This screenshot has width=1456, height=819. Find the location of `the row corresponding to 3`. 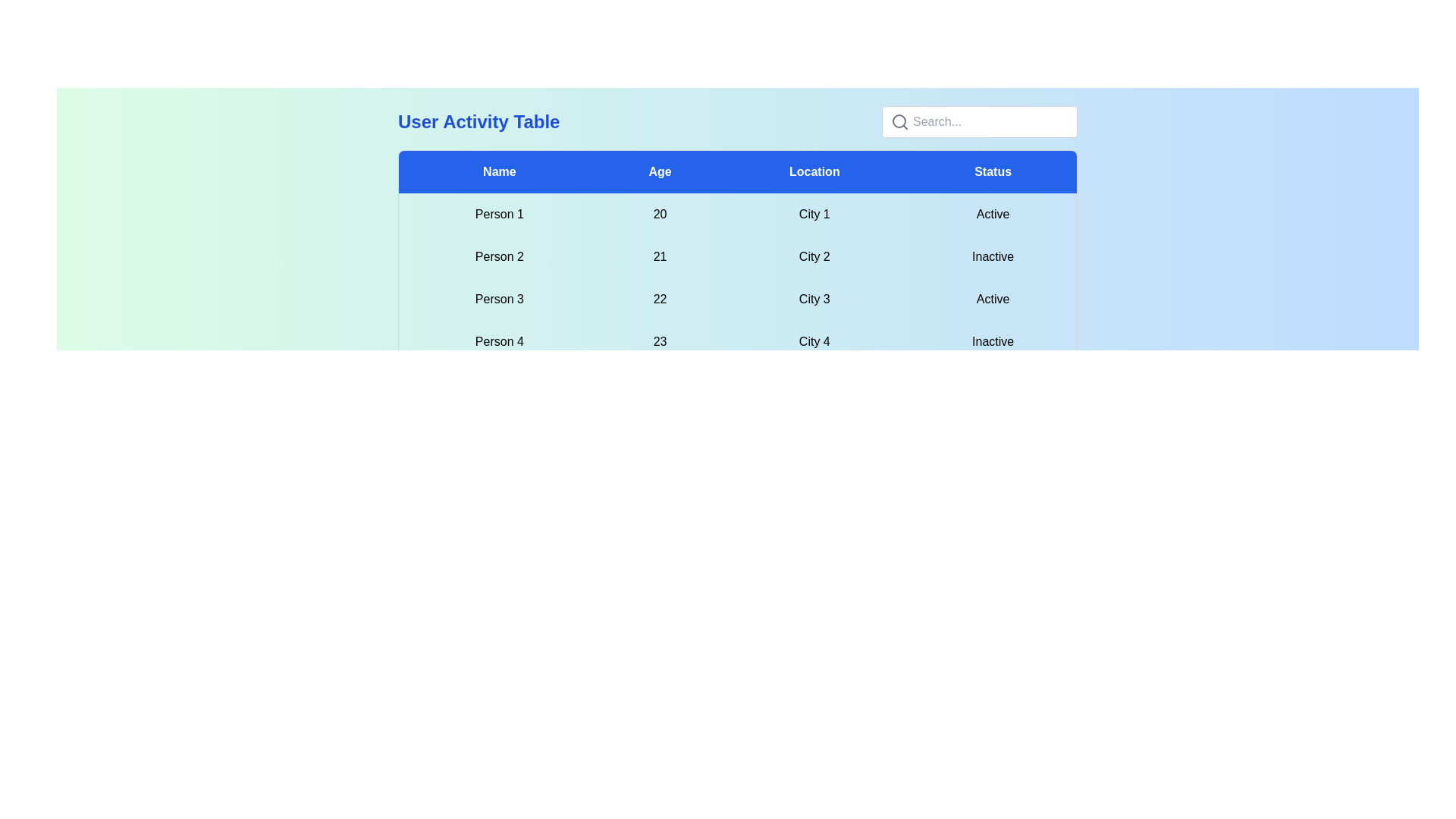

the row corresponding to 3 is located at coordinates (738, 299).